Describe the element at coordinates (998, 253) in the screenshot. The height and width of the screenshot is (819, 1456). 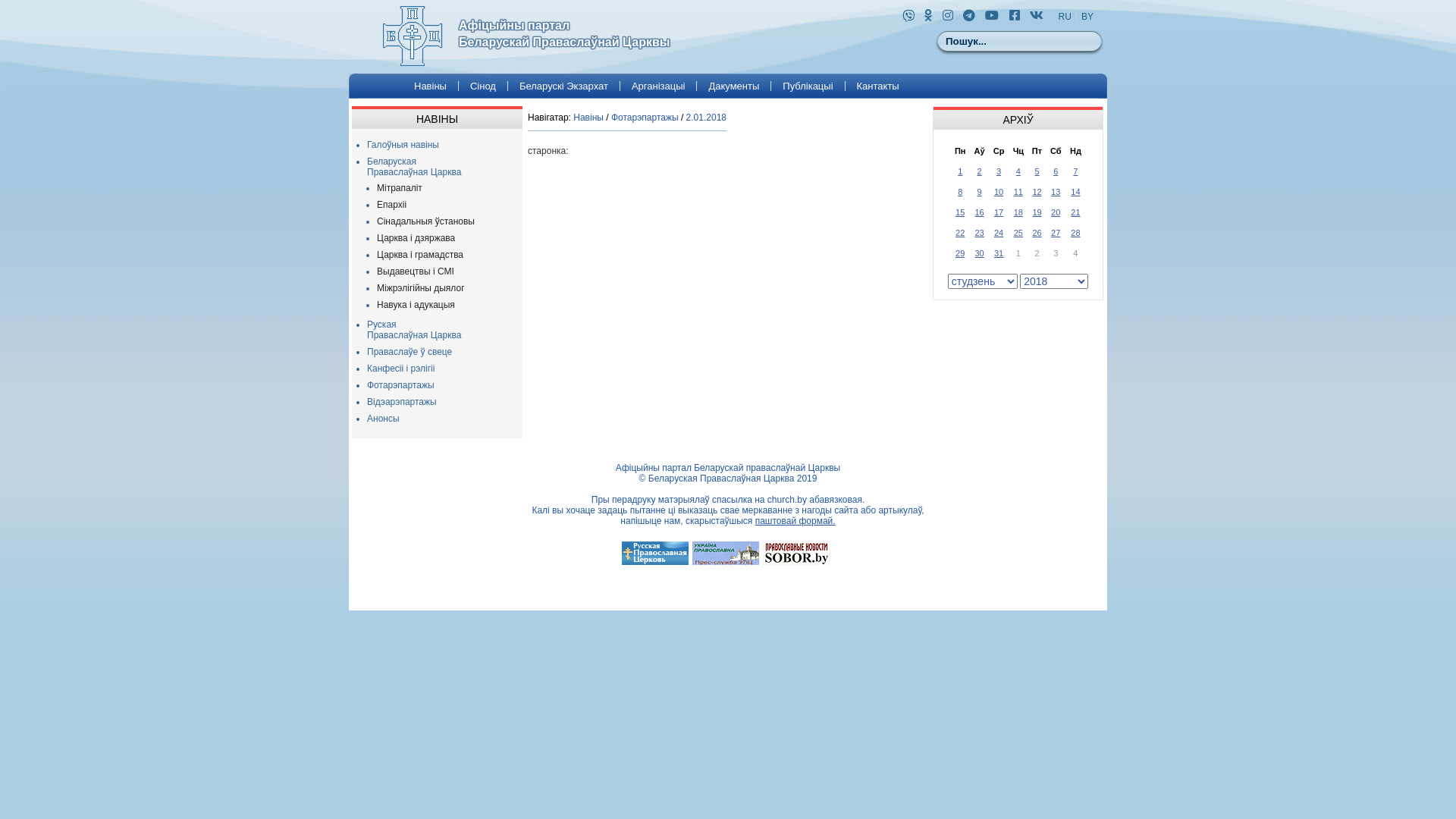
I see `'31'` at that location.